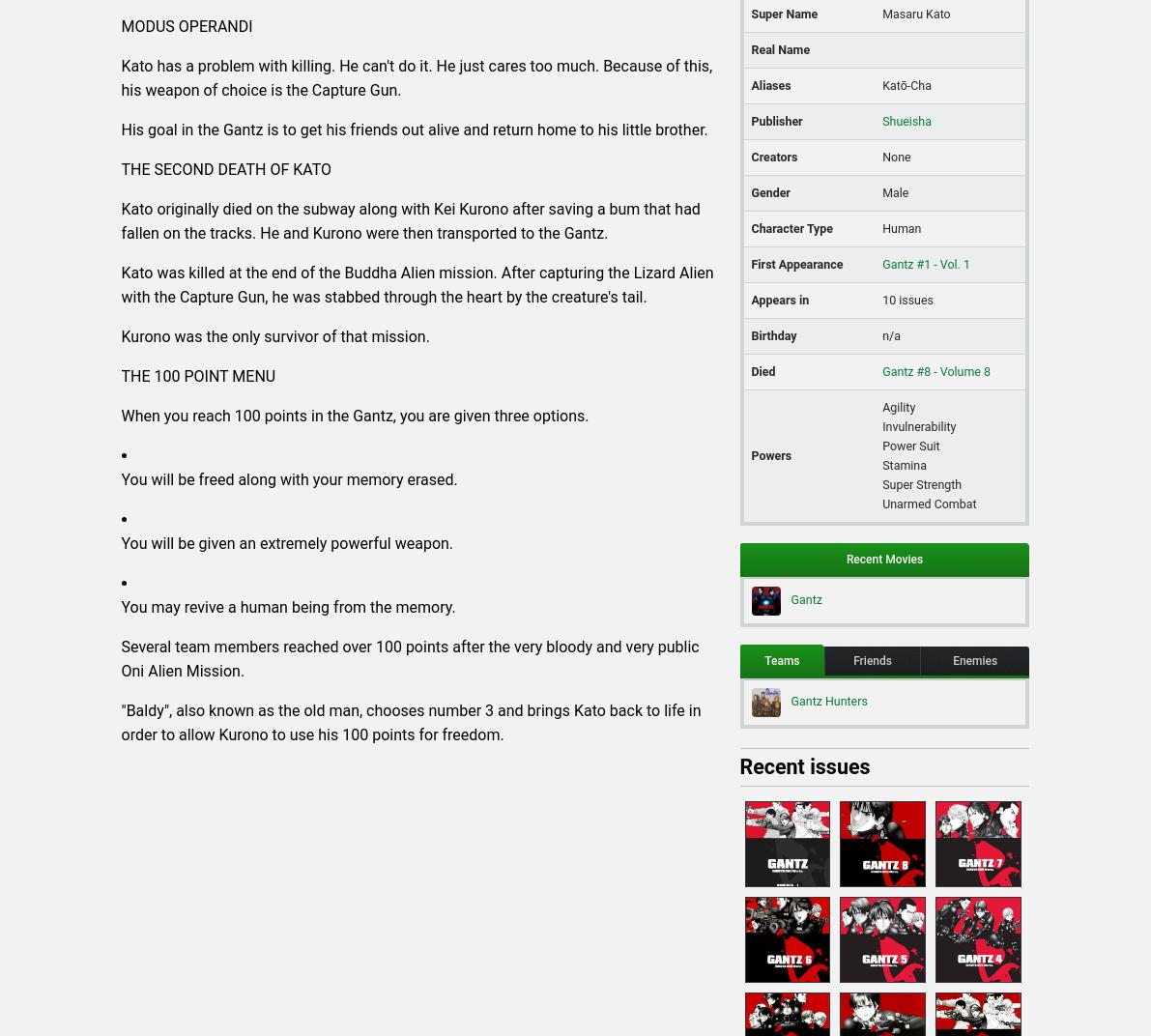 This screenshot has height=1036, width=1151. What do you see at coordinates (288, 478) in the screenshot?
I see `'You will be freed along with your memory erased.'` at bounding box center [288, 478].